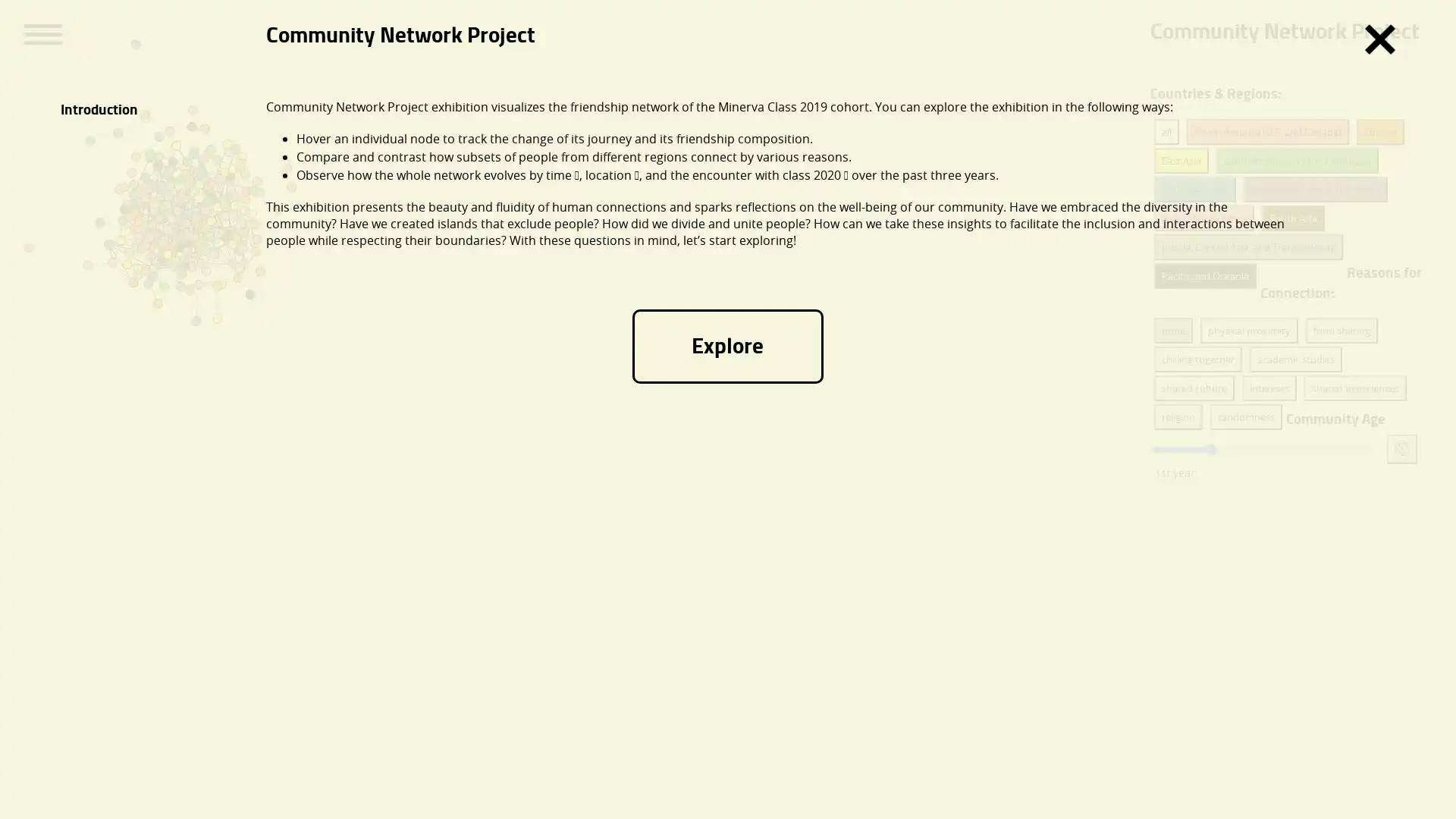 Image resolution: width=1456 pixels, height=819 pixels. Describe the element at coordinates (1181, 160) in the screenshot. I see `East Asia` at that location.